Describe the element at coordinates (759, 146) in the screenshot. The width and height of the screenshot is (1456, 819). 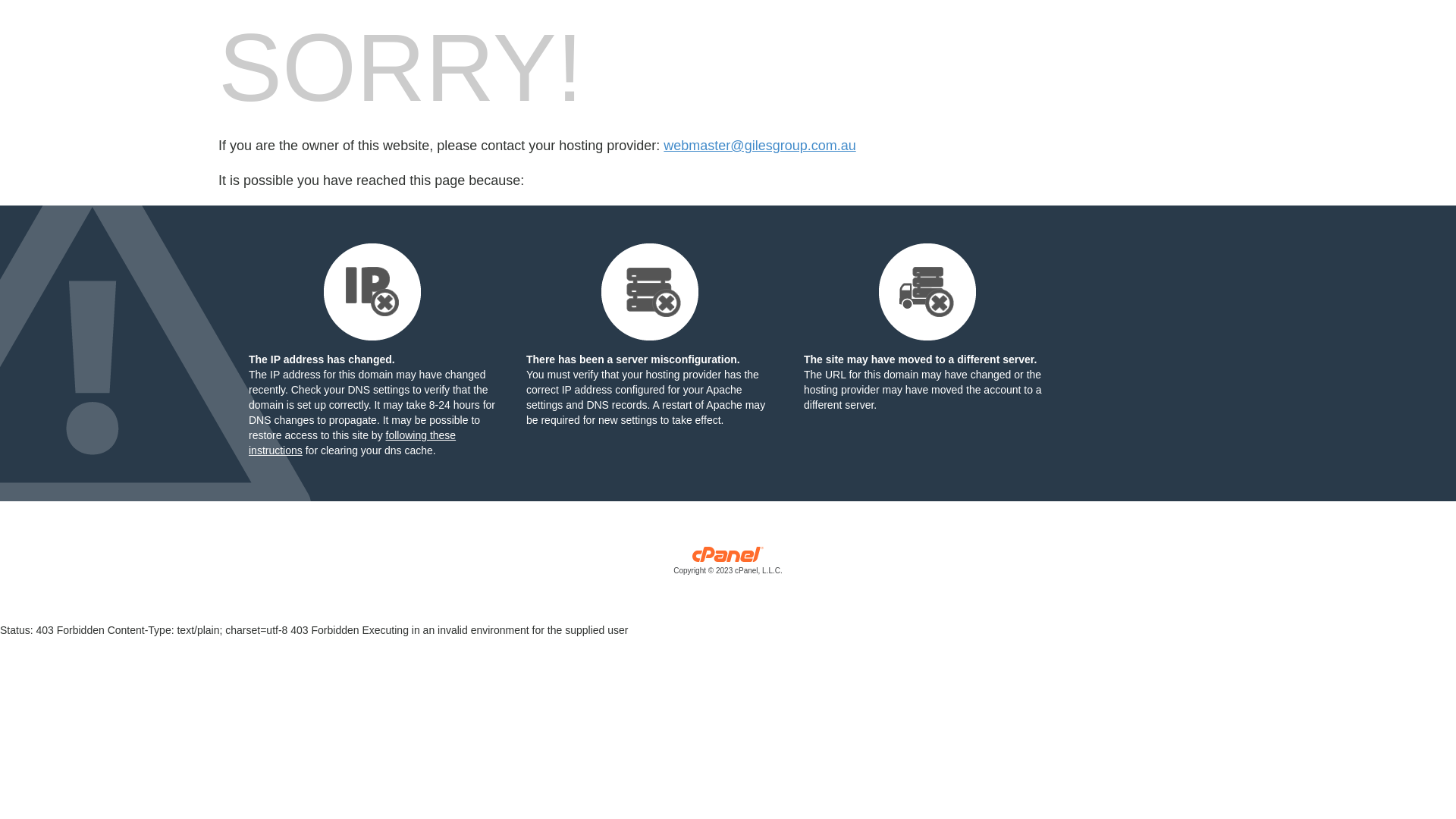
I see `'webmaster@gilesgroup.com.au'` at that location.